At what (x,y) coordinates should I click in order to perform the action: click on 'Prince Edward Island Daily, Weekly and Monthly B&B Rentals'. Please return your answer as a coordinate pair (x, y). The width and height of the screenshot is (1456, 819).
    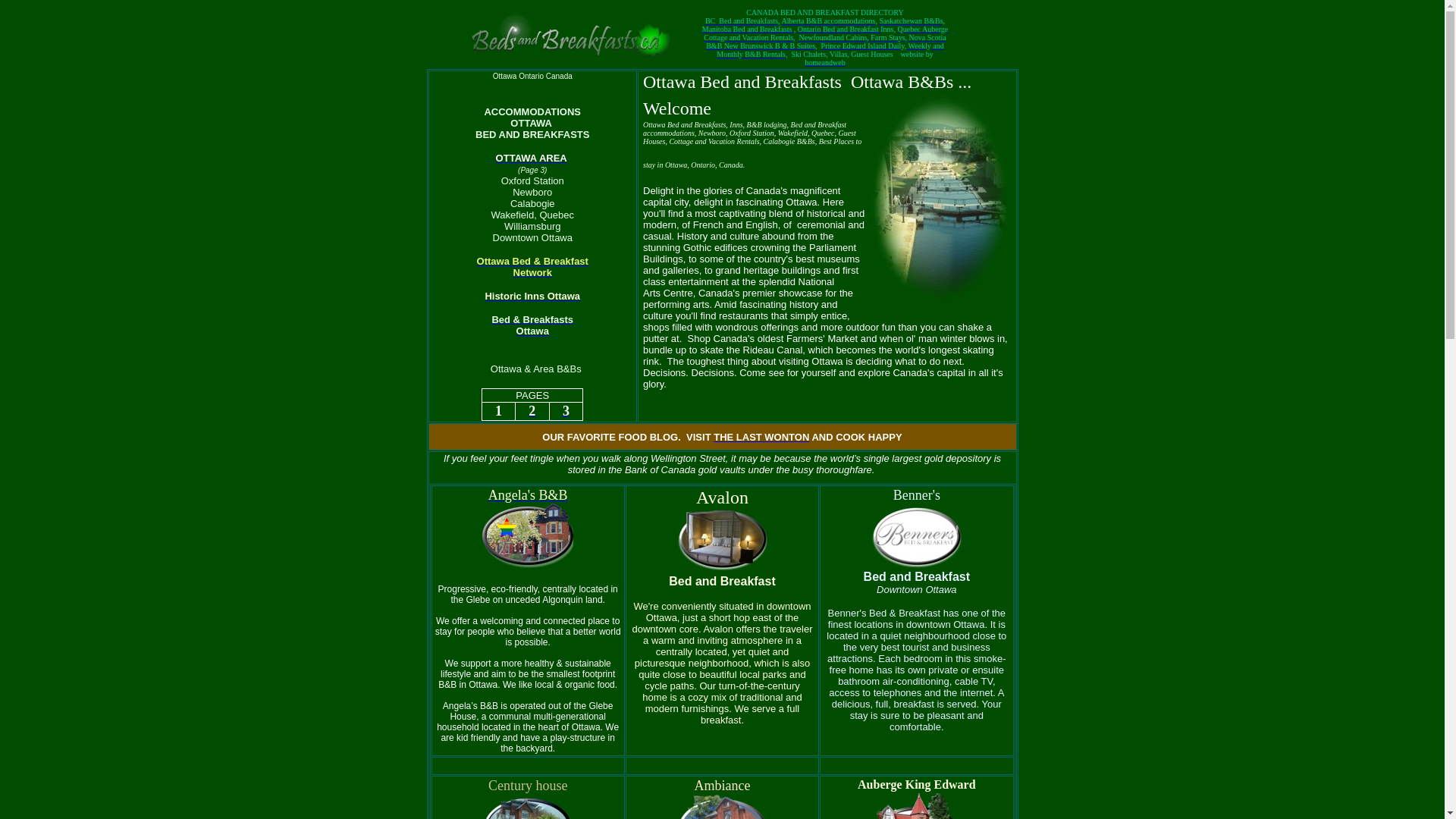
    Looking at the image, I should click on (829, 48).